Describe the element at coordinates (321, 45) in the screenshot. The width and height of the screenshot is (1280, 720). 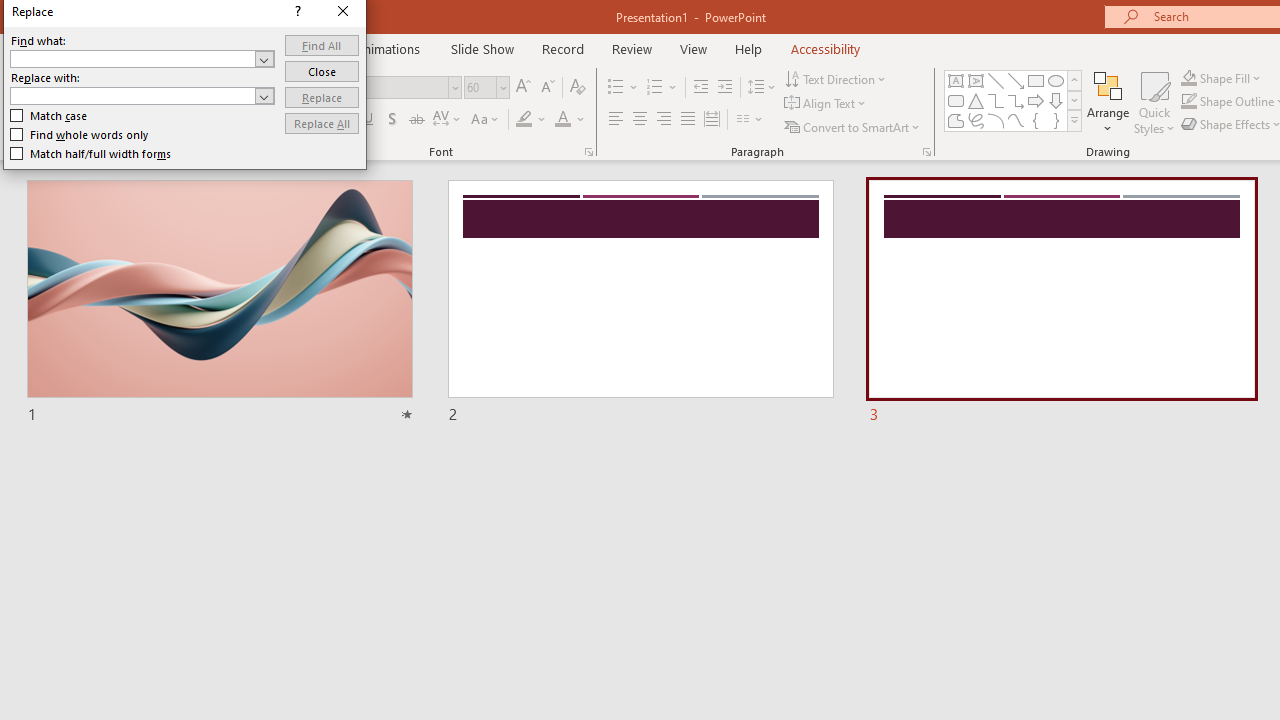
I see `'Find All'` at that location.